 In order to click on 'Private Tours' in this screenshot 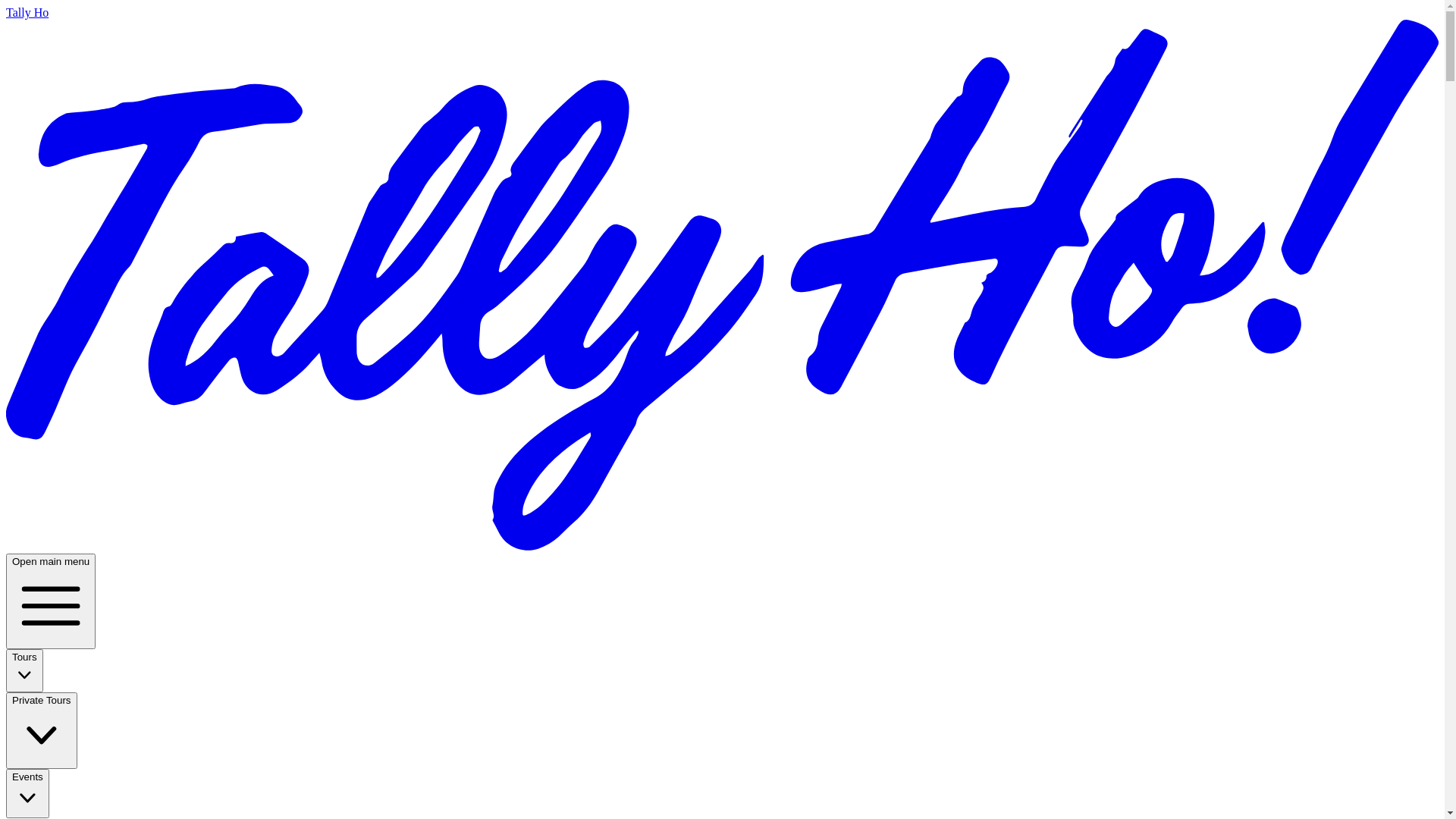, I will do `click(41, 730)`.